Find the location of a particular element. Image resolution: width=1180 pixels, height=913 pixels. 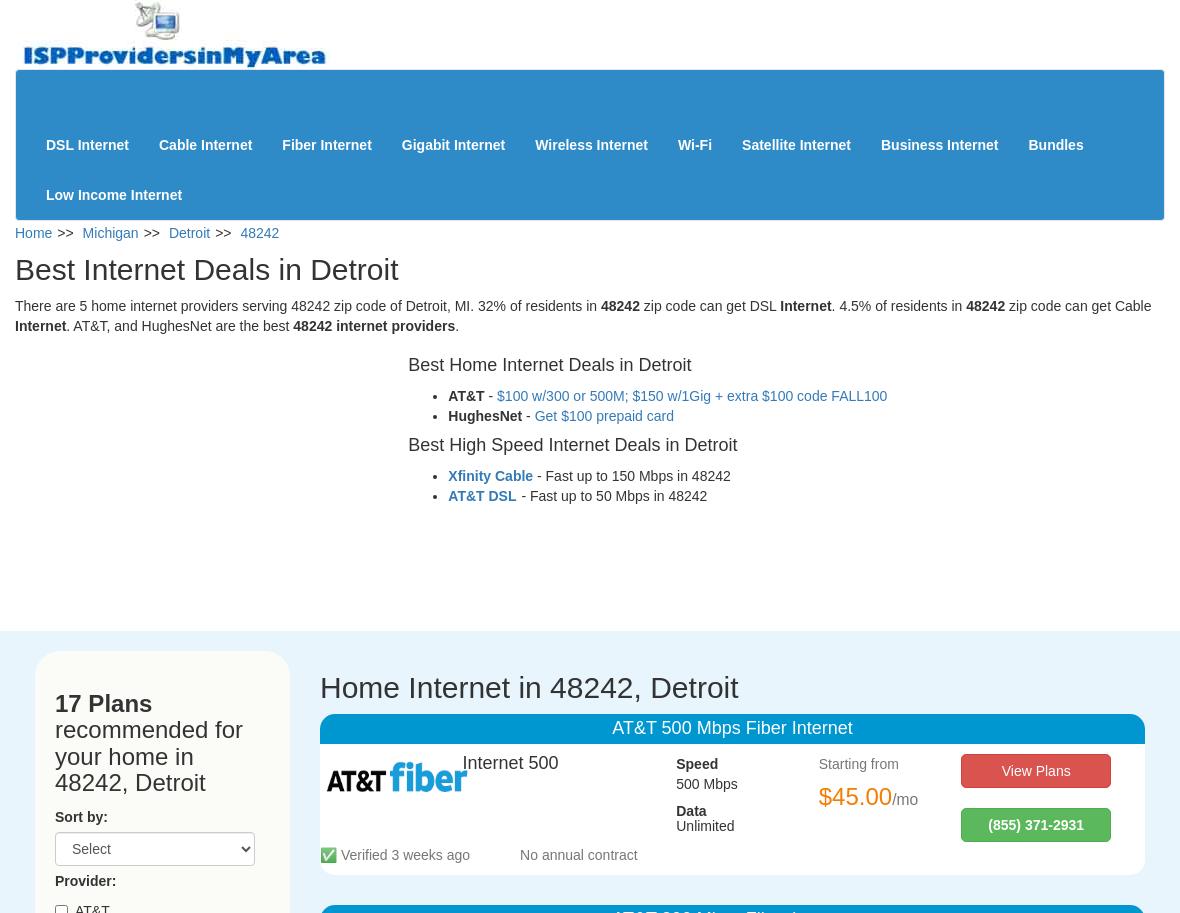

'Business Internet' is located at coordinates (938, 143).